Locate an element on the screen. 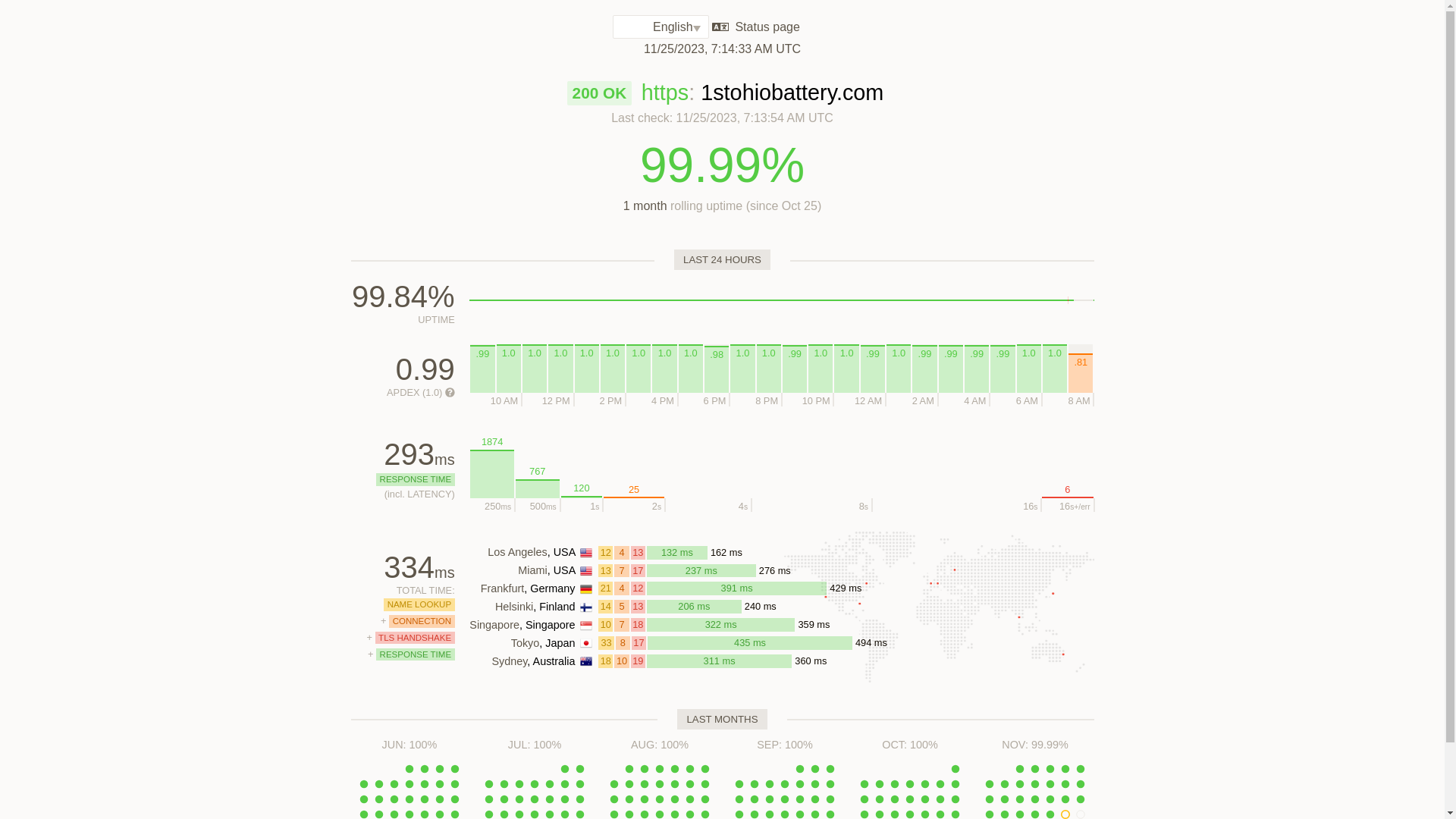  '<small>Jul 13:</small> No downtime' is located at coordinates (535, 798).